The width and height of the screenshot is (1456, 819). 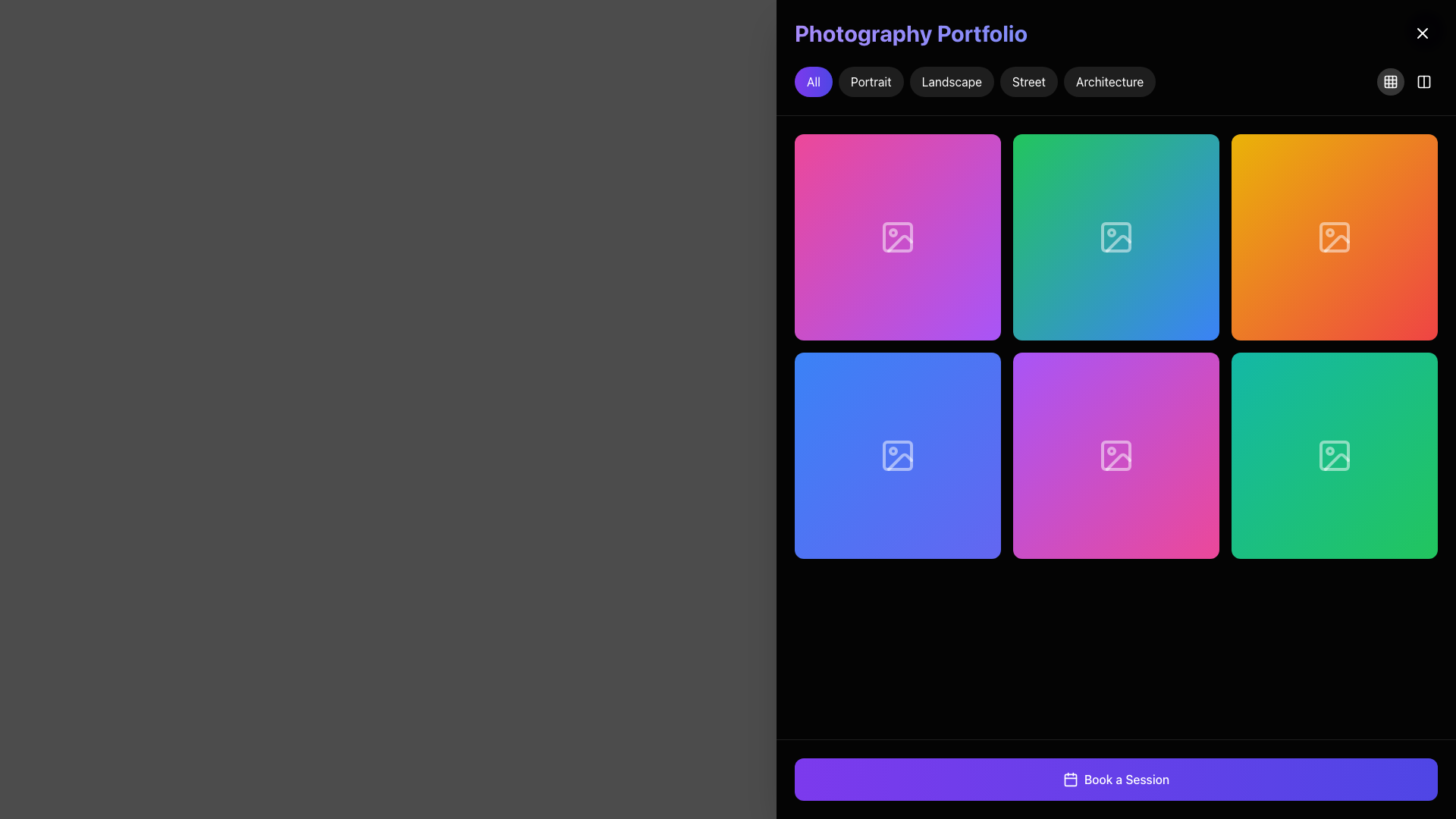 What do you see at coordinates (898, 237) in the screenshot?
I see `the image icon located in the top-left tile of a 3x2 grid layout, which is distinguished by its pink-to-purple gradient, to trigger a tooltip or highlight` at bounding box center [898, 237].